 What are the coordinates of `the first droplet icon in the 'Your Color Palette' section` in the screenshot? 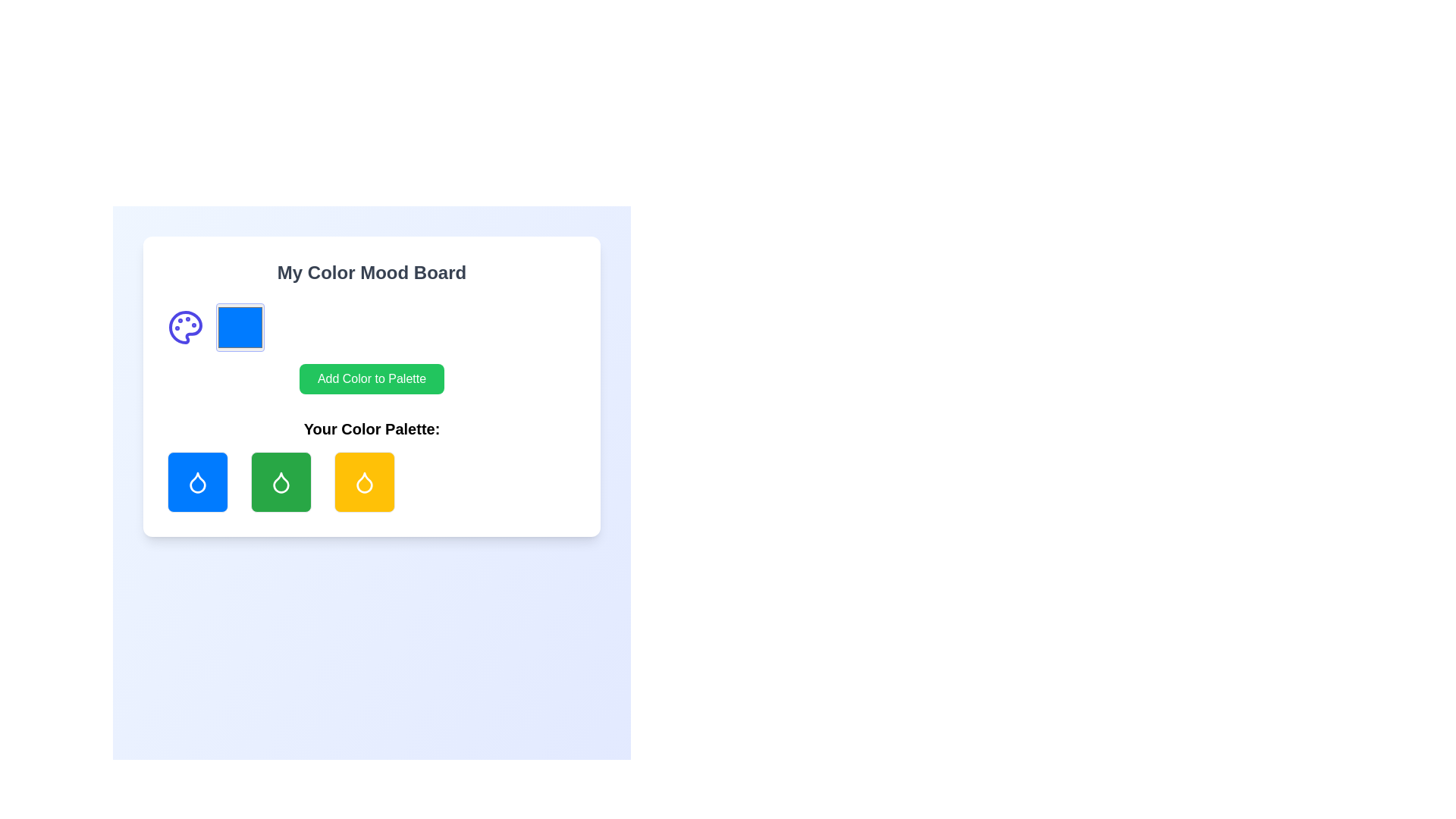 It's located at (196, 482).